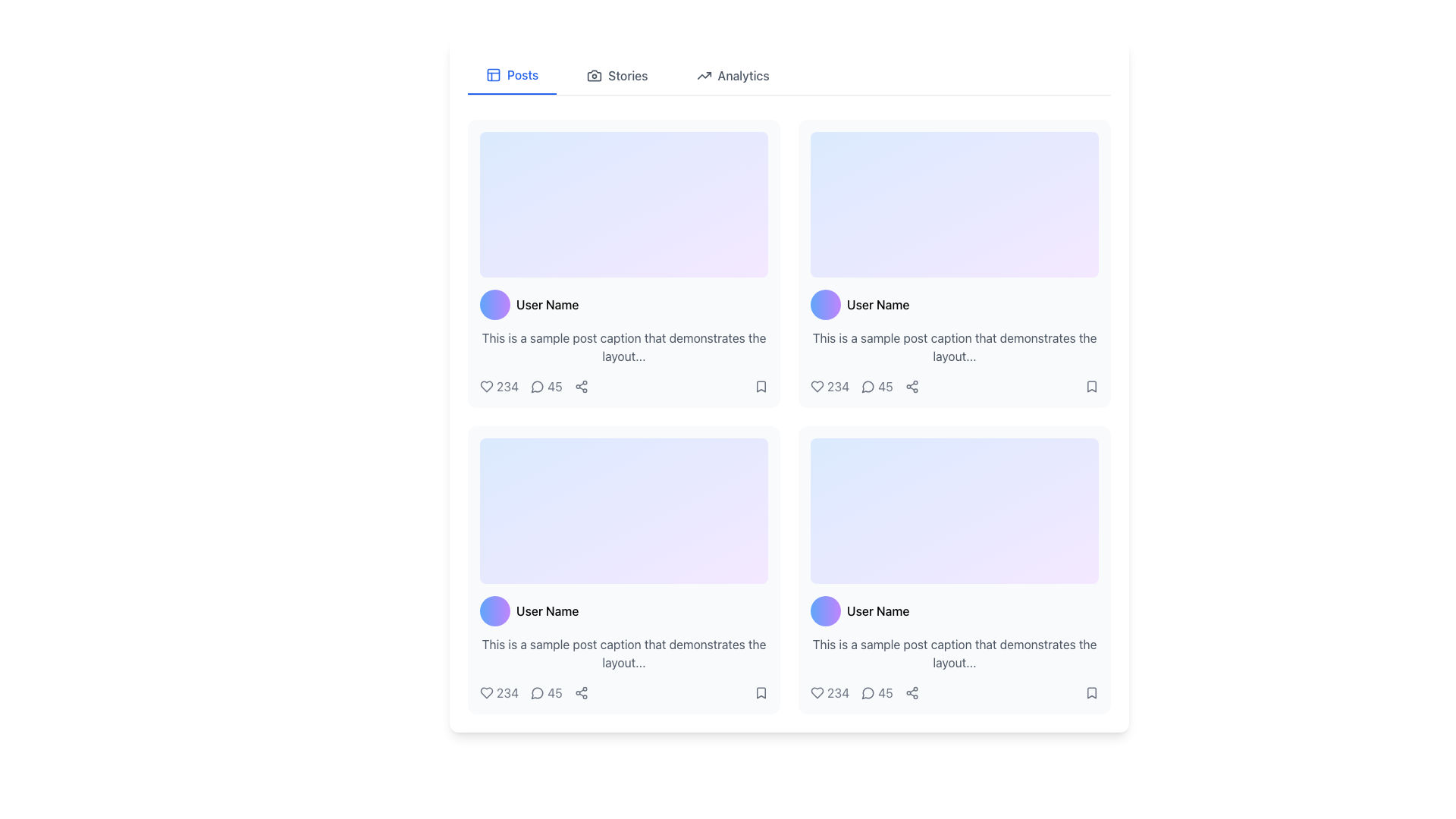  What do you see at coordinates (580, 693) in the screenshot?
I see `the small share icon, which is the third icon in the row of interaction options below a post` at bounding box center [580, 693].